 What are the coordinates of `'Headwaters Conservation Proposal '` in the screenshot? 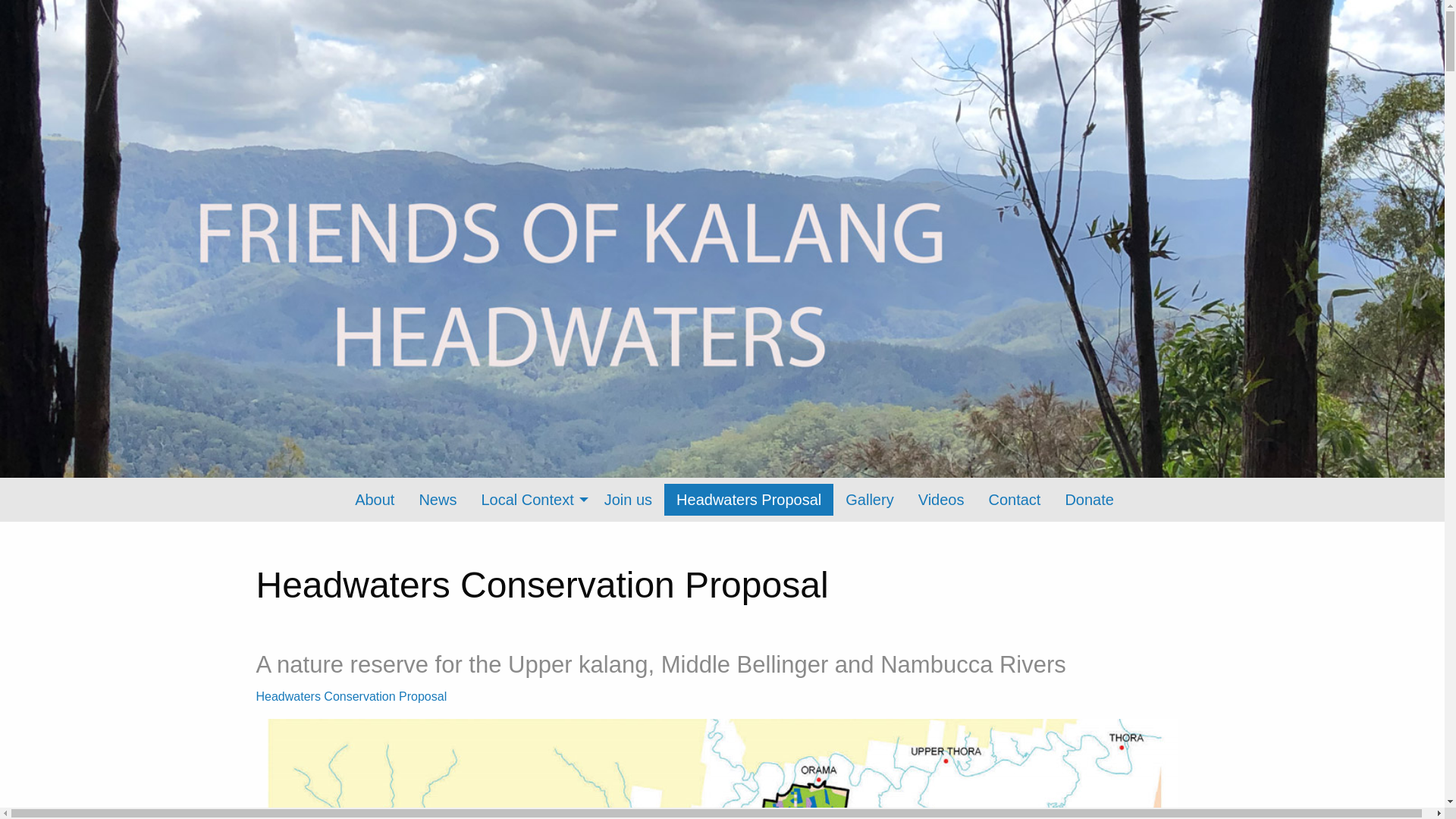 It's located at (352, 696).